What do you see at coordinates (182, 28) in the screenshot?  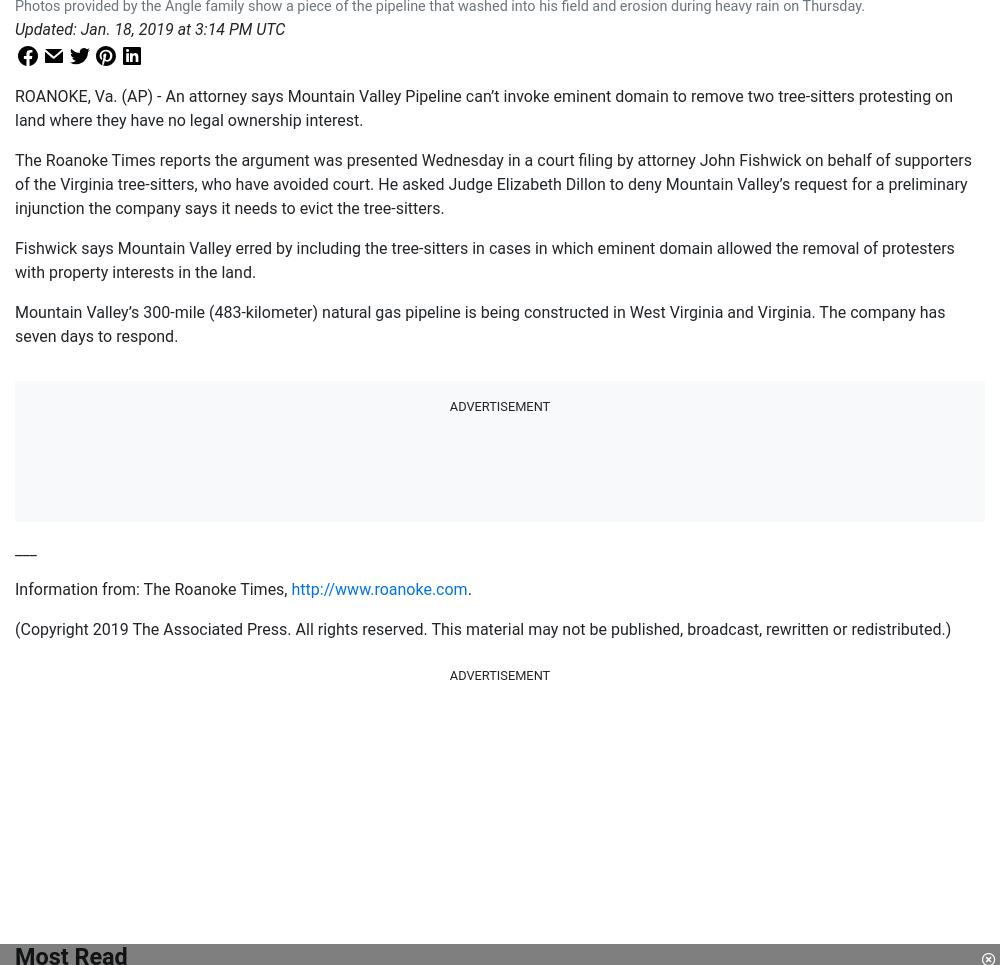 I see `'Jan. 18, 2019 at 3:14 PM UTC'` at bounding box center [182, 28].